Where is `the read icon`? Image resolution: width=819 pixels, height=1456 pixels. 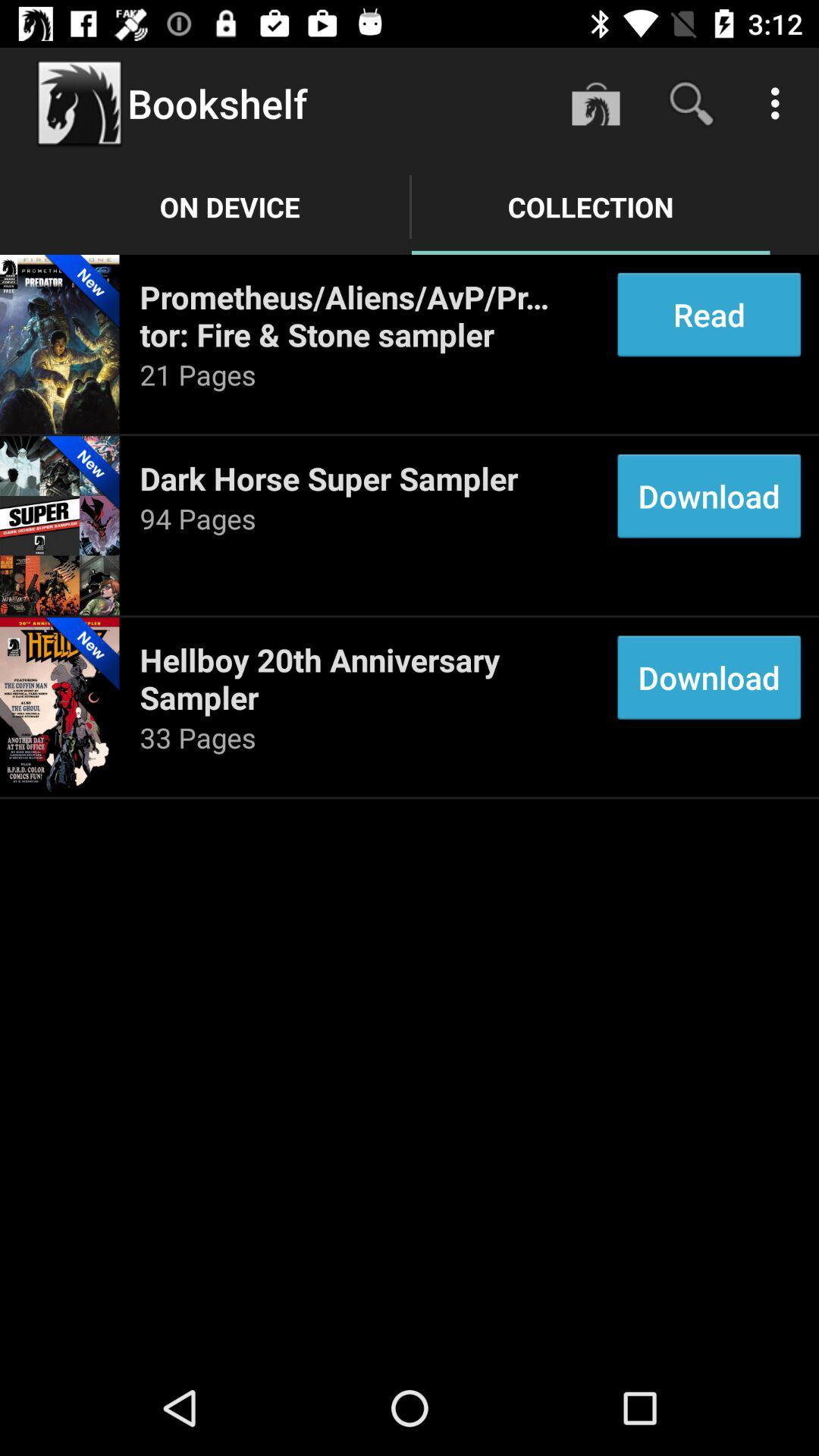 the read icon is located at coordinates (709, 314).